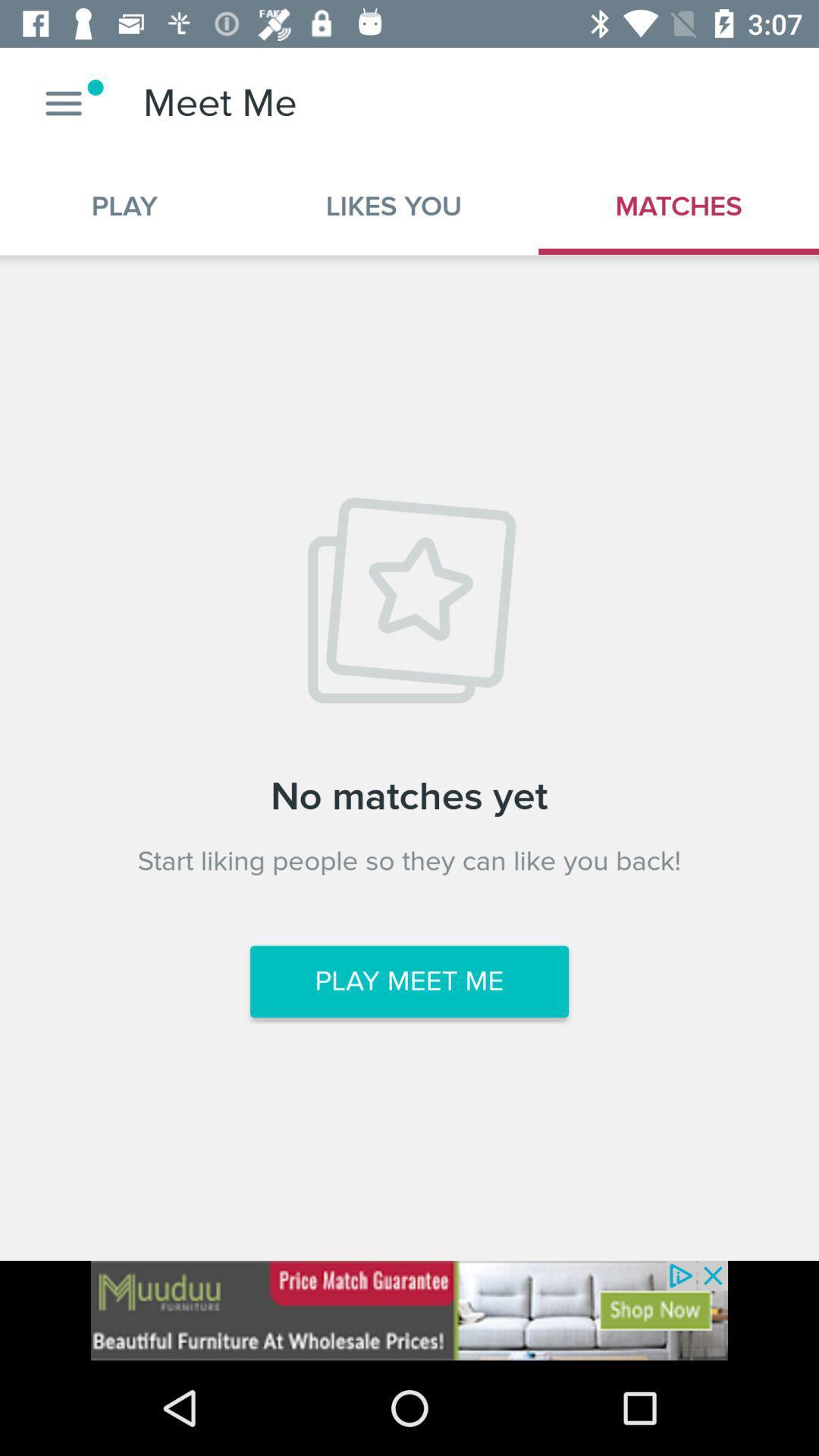 This screenshot has height=1456, width=819. What do you see at coordinates (409, 1310) in the screenshot?
I see `advertisement` at bounding box center [409, 1310].